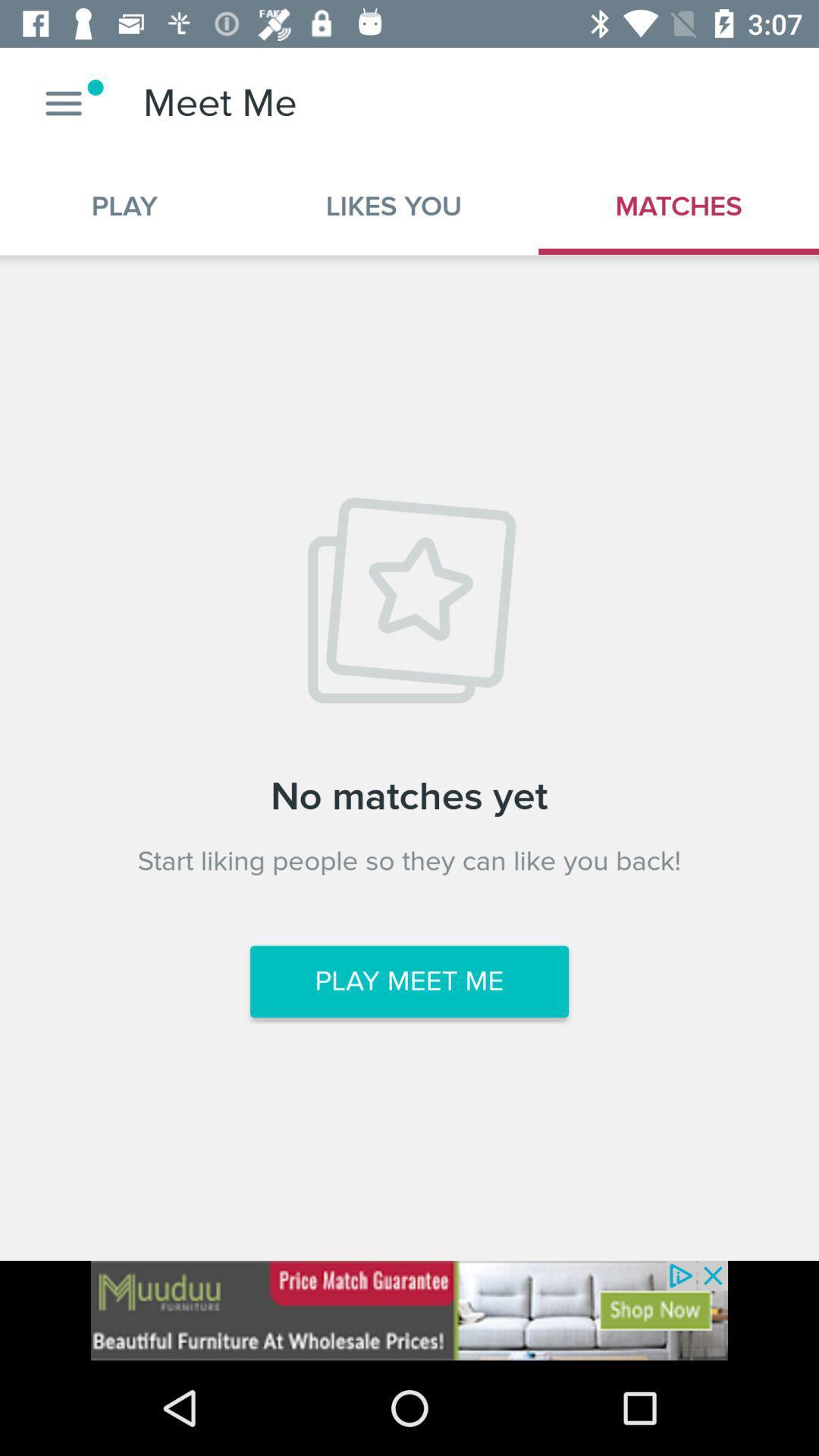 This screenshot has height=1456, width=819. What do you see at coordinates (409, 1310) in the screenshot?
I see `advertisement` at bounding box center [409, 1310].